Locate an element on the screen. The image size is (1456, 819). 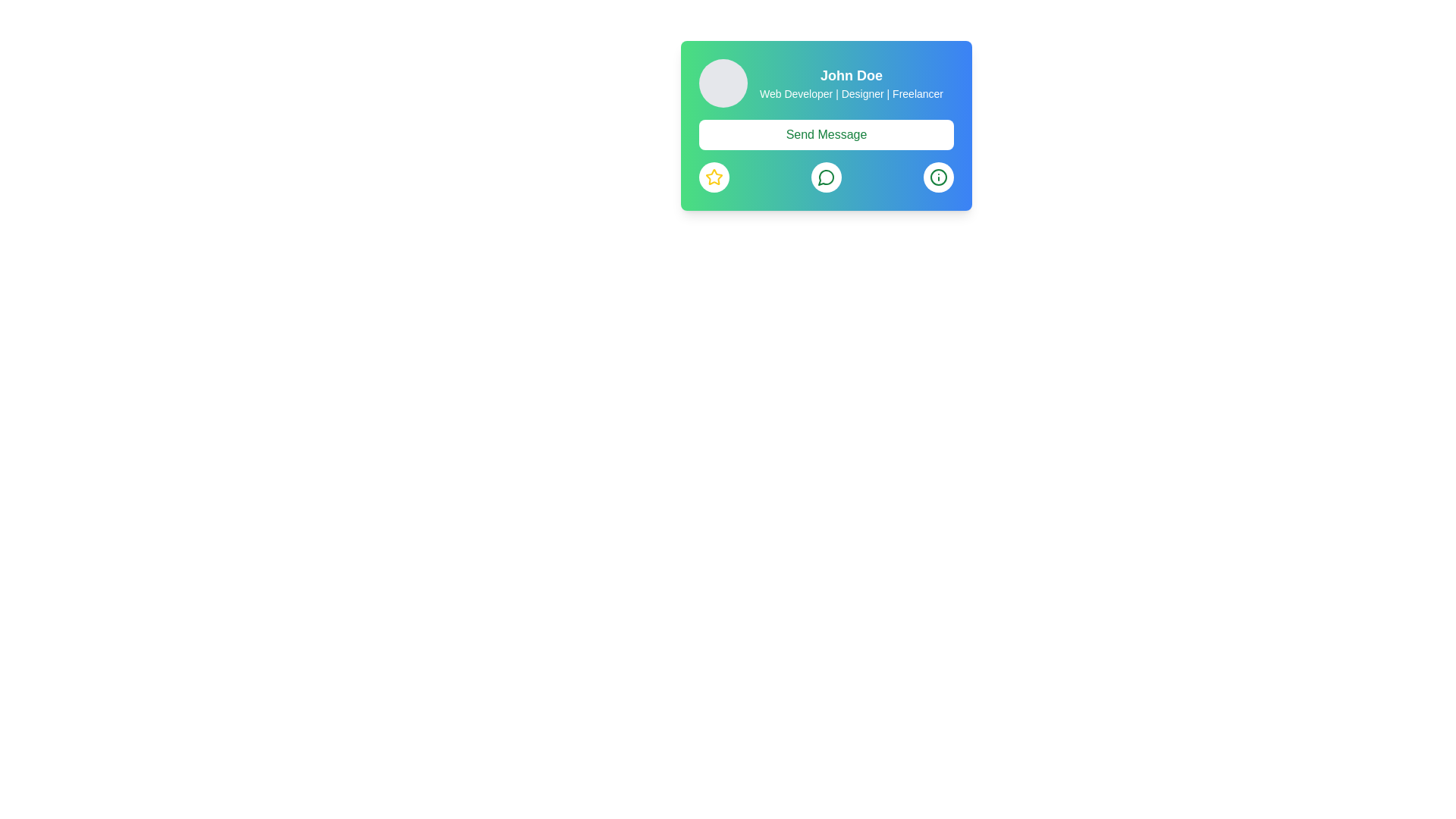
the middle icon of three circular buttons aligned in a row, located directly beneath the 'Send Message' button to initiate messaging is located at coordinates (825, 177).